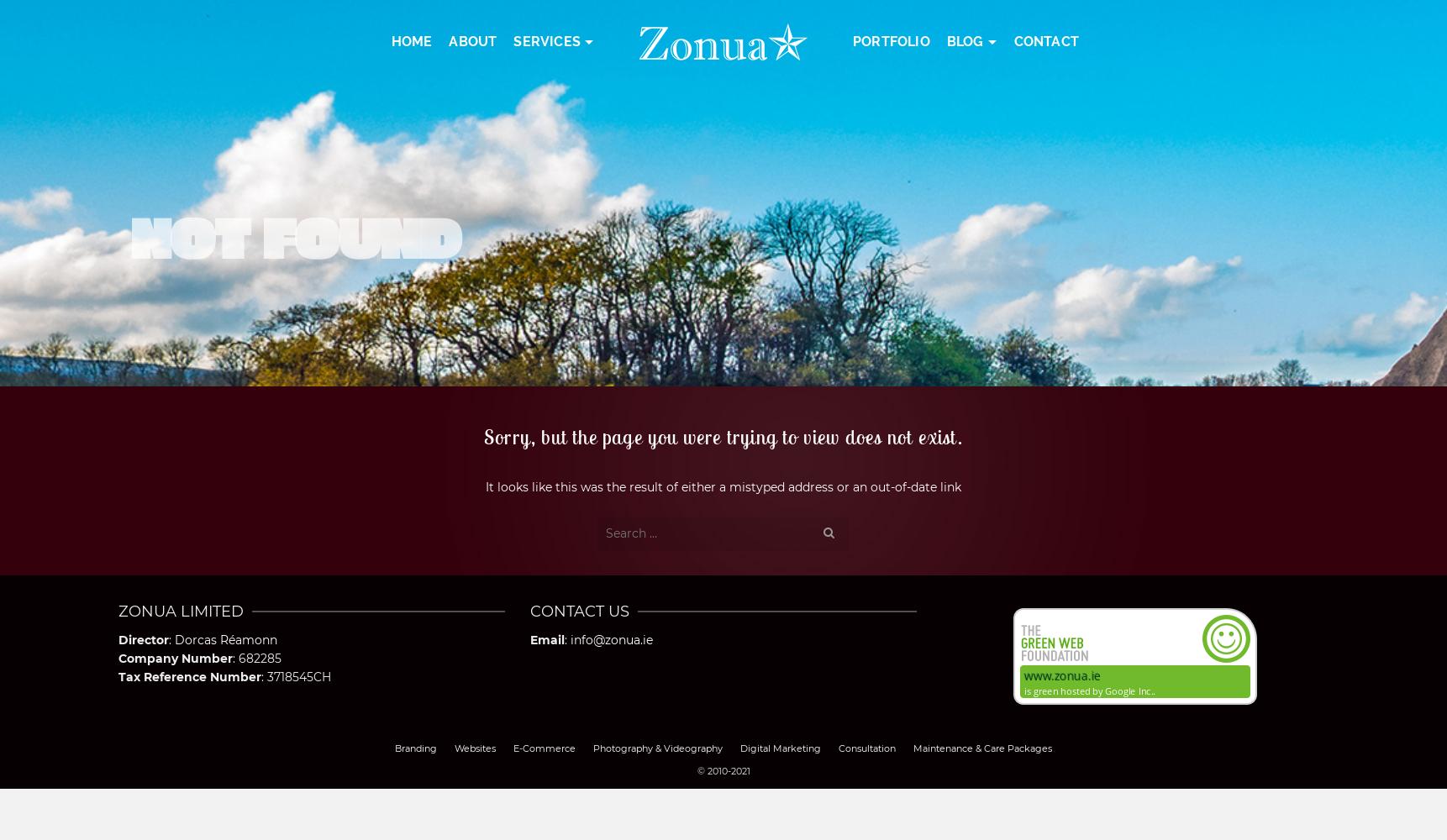 The width and height of the screenshot is (1447, 840). What do you see at coordinates (256, 658) in the screenshot?
I see `': 682285'` at bounding box center [256, 658].